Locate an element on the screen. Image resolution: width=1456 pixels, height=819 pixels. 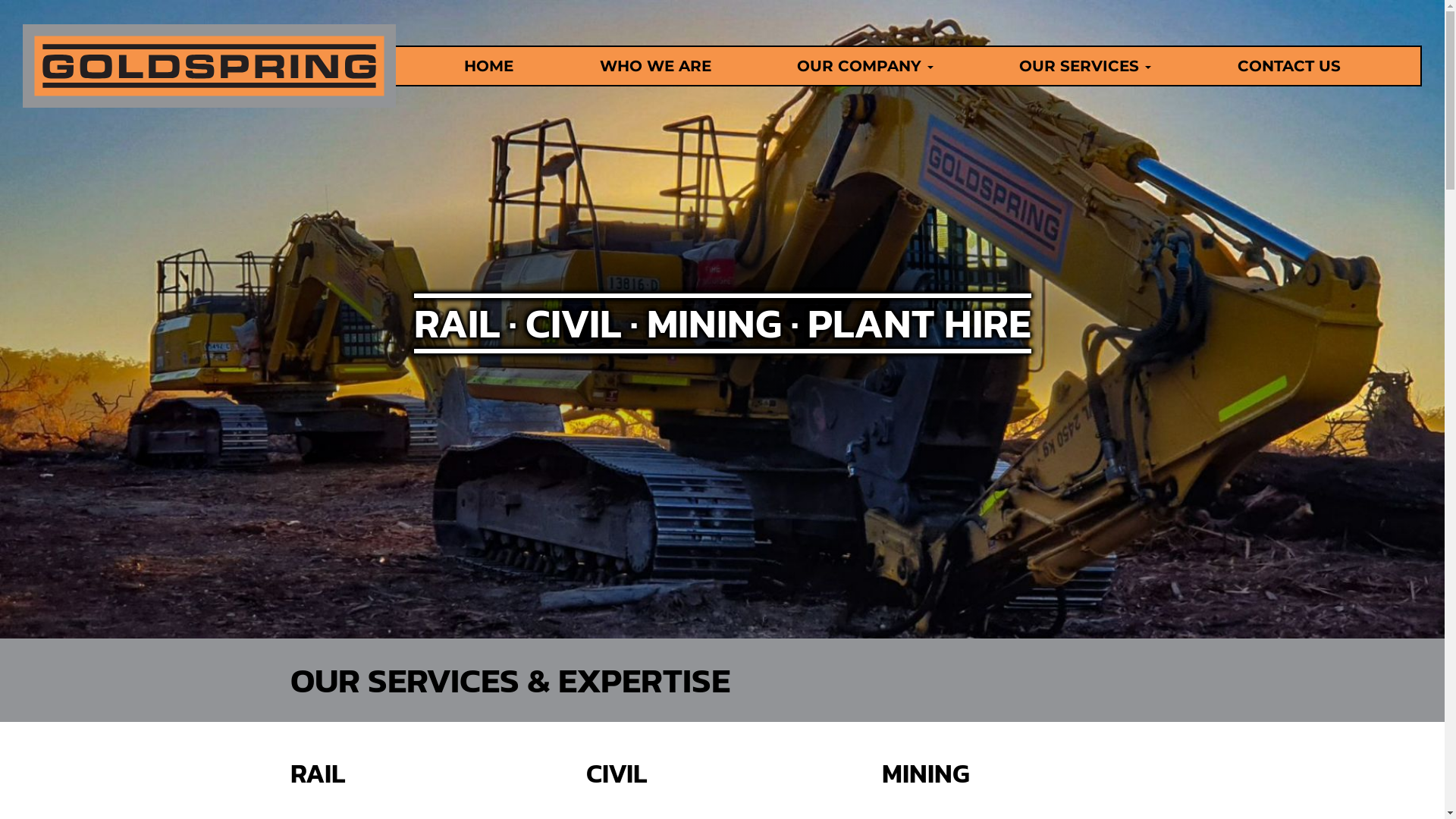
'HOME' is located at coordinates (488, 65).